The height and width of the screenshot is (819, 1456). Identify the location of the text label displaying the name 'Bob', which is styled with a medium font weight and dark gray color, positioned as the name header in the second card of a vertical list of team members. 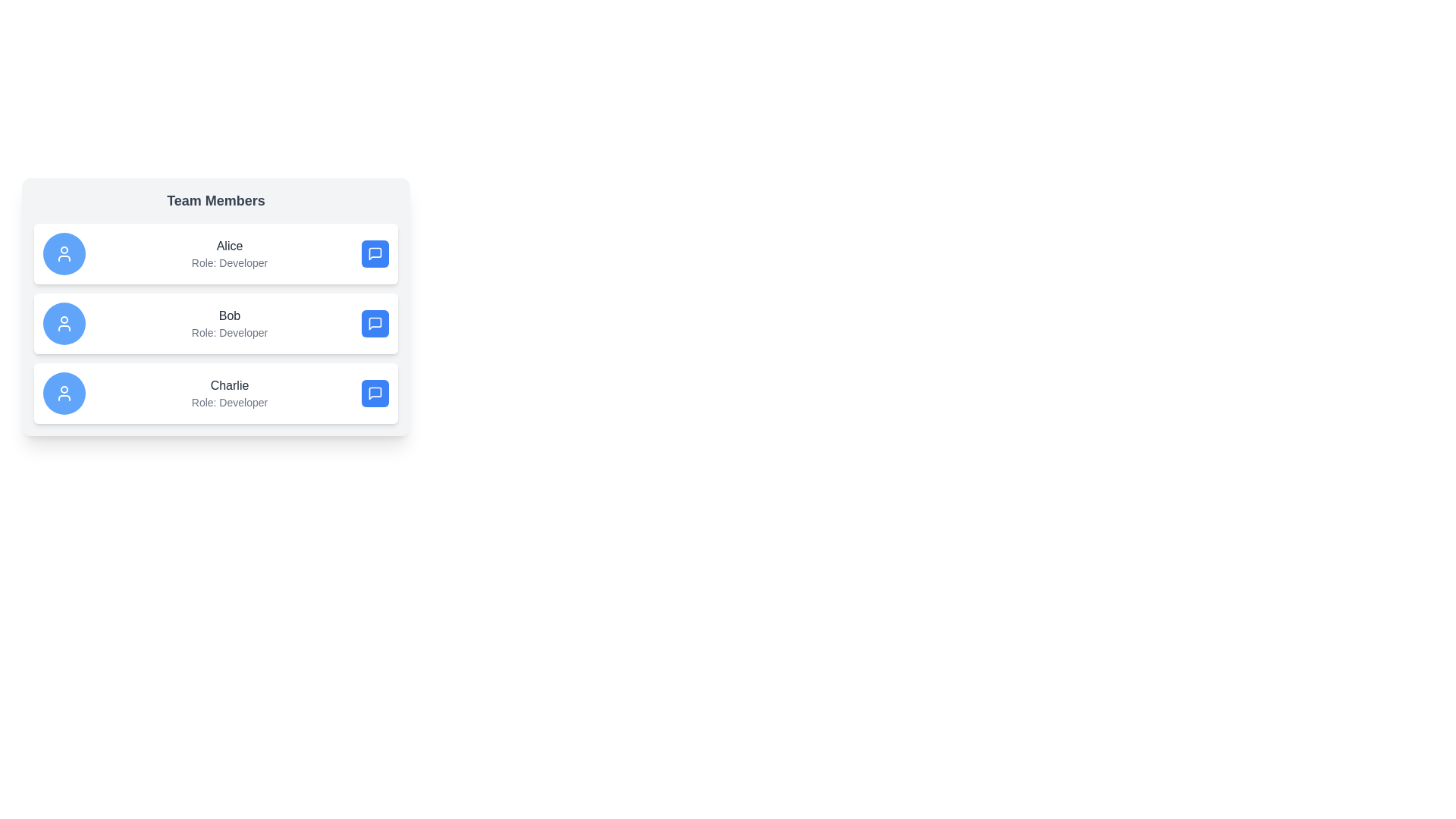
(228, 315).